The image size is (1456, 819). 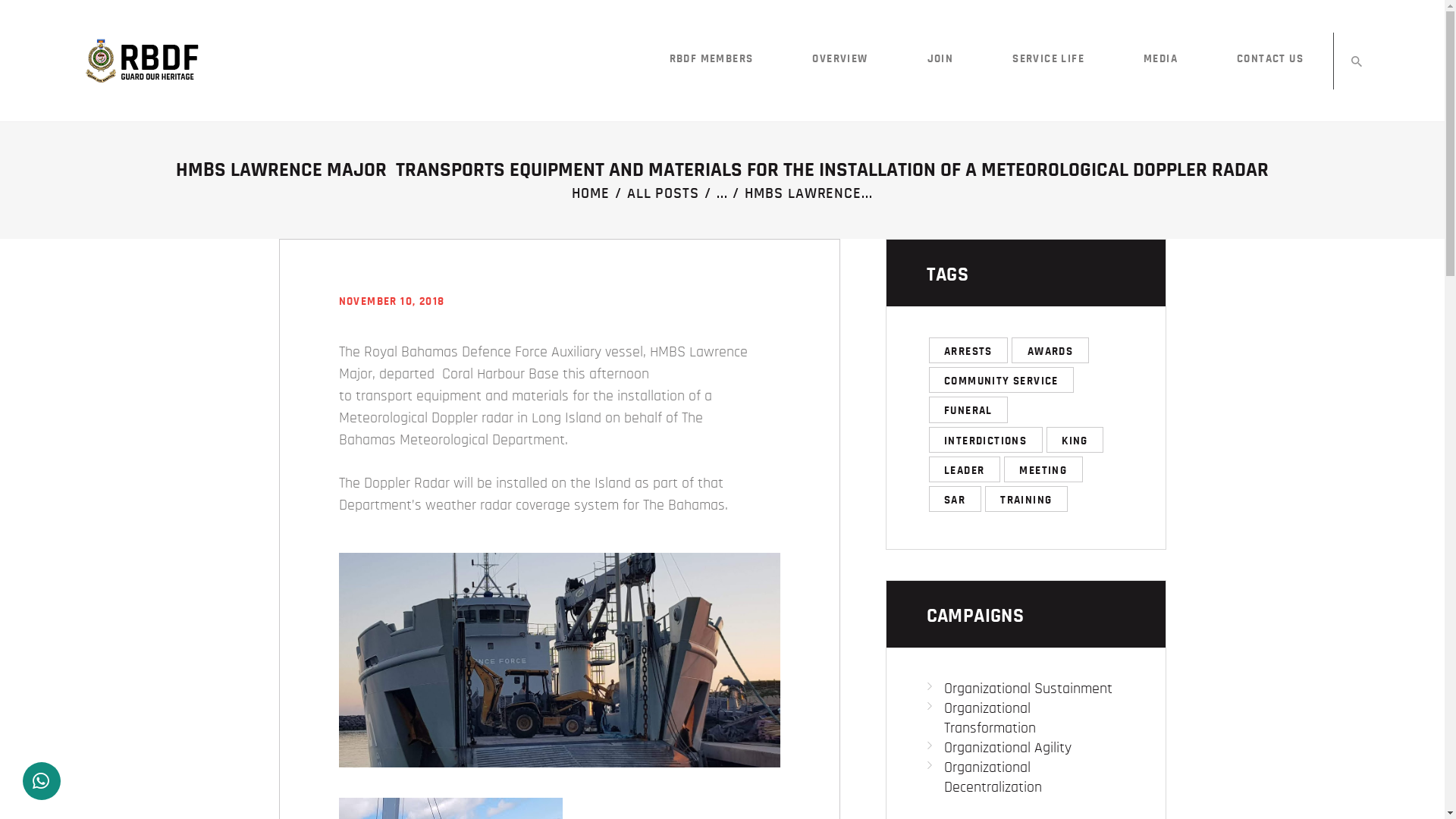 What do you see at coordinates (1049, 350) in the screenshot?
I see `'AWARDS'` at bounding box center [1049, 350].